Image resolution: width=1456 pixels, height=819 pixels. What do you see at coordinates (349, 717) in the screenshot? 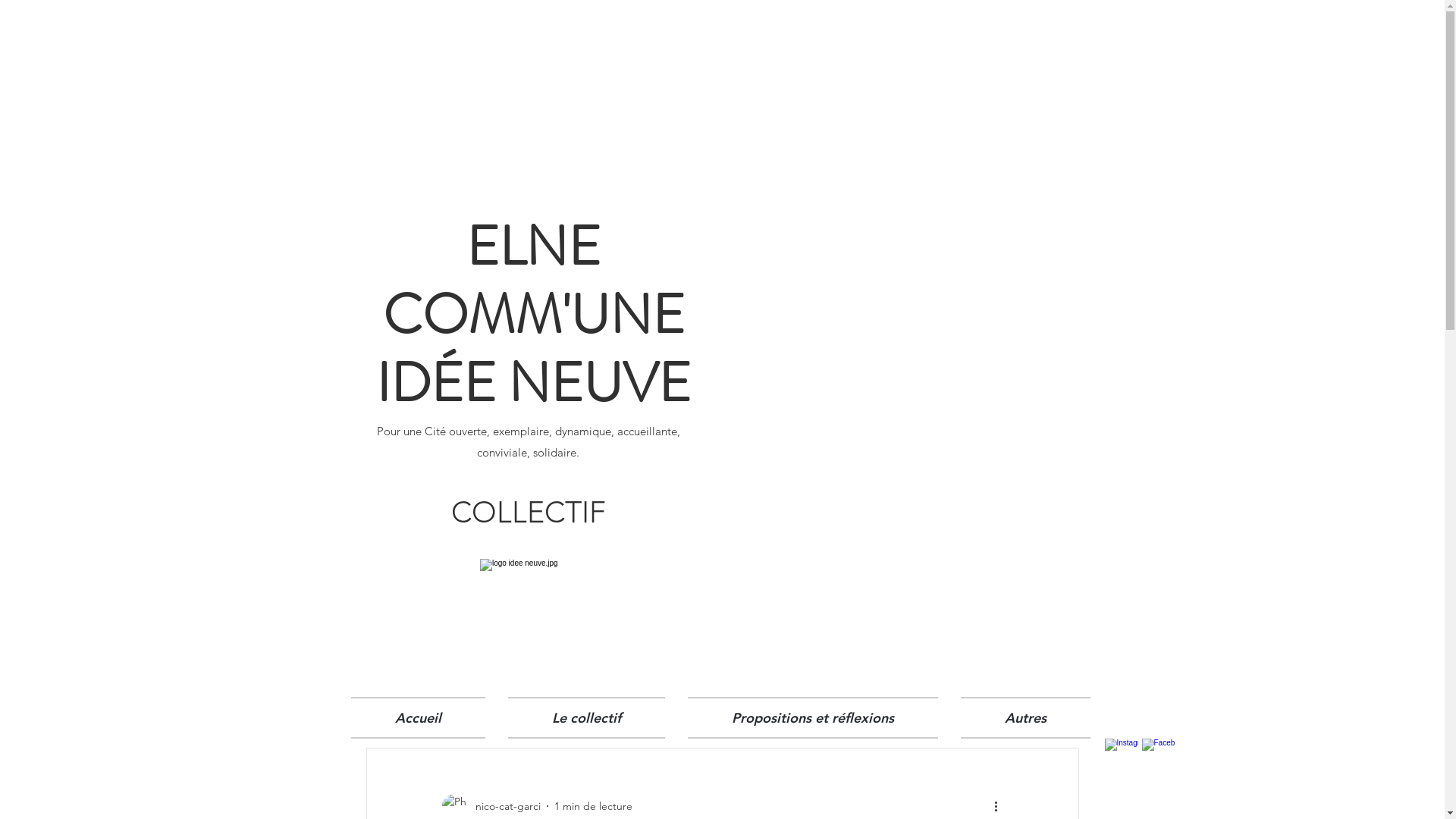
I see `'Accueil'` at bounding box center [349, 717].